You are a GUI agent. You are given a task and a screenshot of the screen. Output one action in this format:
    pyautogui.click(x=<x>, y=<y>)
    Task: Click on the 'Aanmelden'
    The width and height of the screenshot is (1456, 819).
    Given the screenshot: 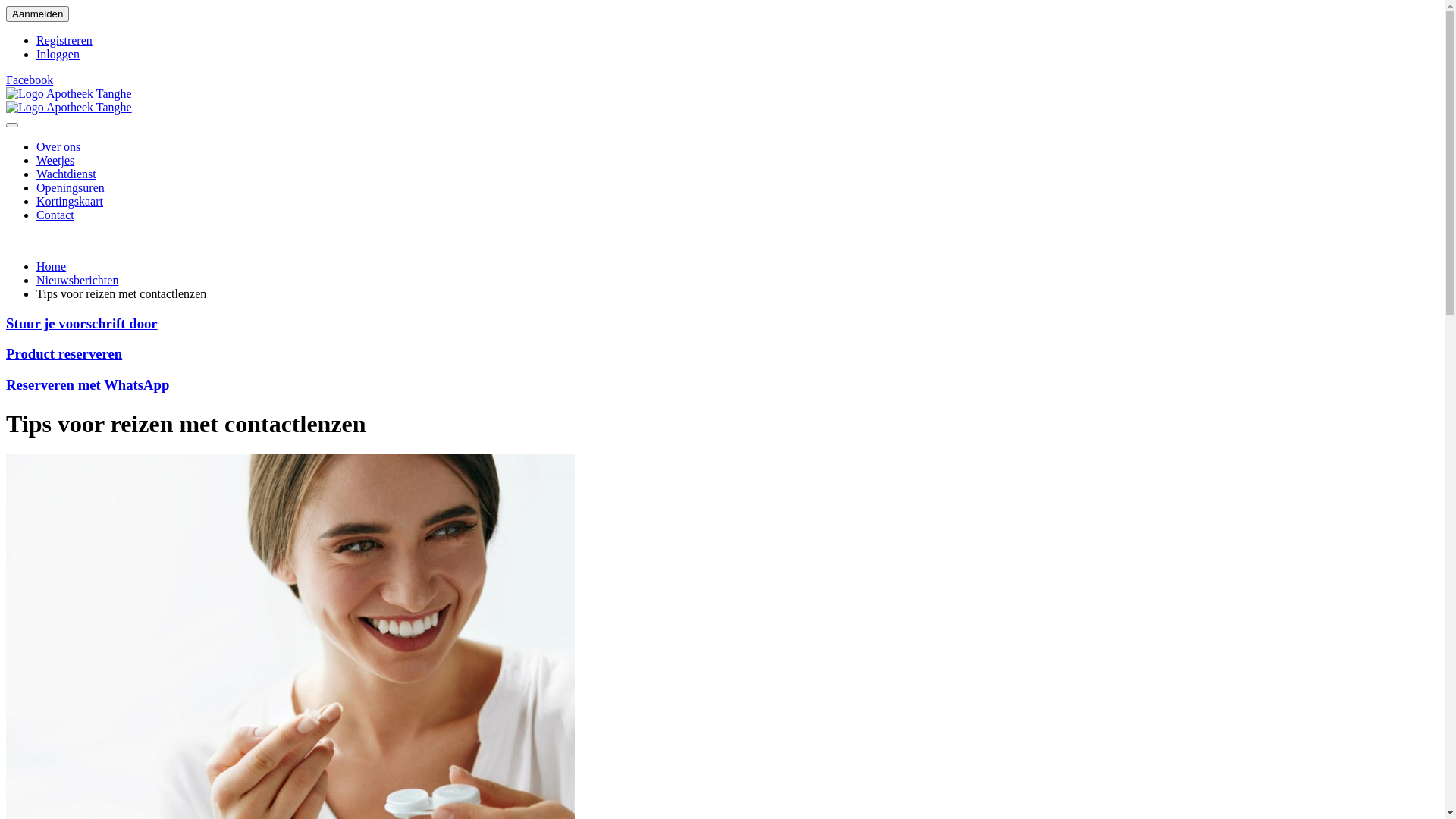 What is the action you would take?
    pyautogui.click(x=37, y=14)
    